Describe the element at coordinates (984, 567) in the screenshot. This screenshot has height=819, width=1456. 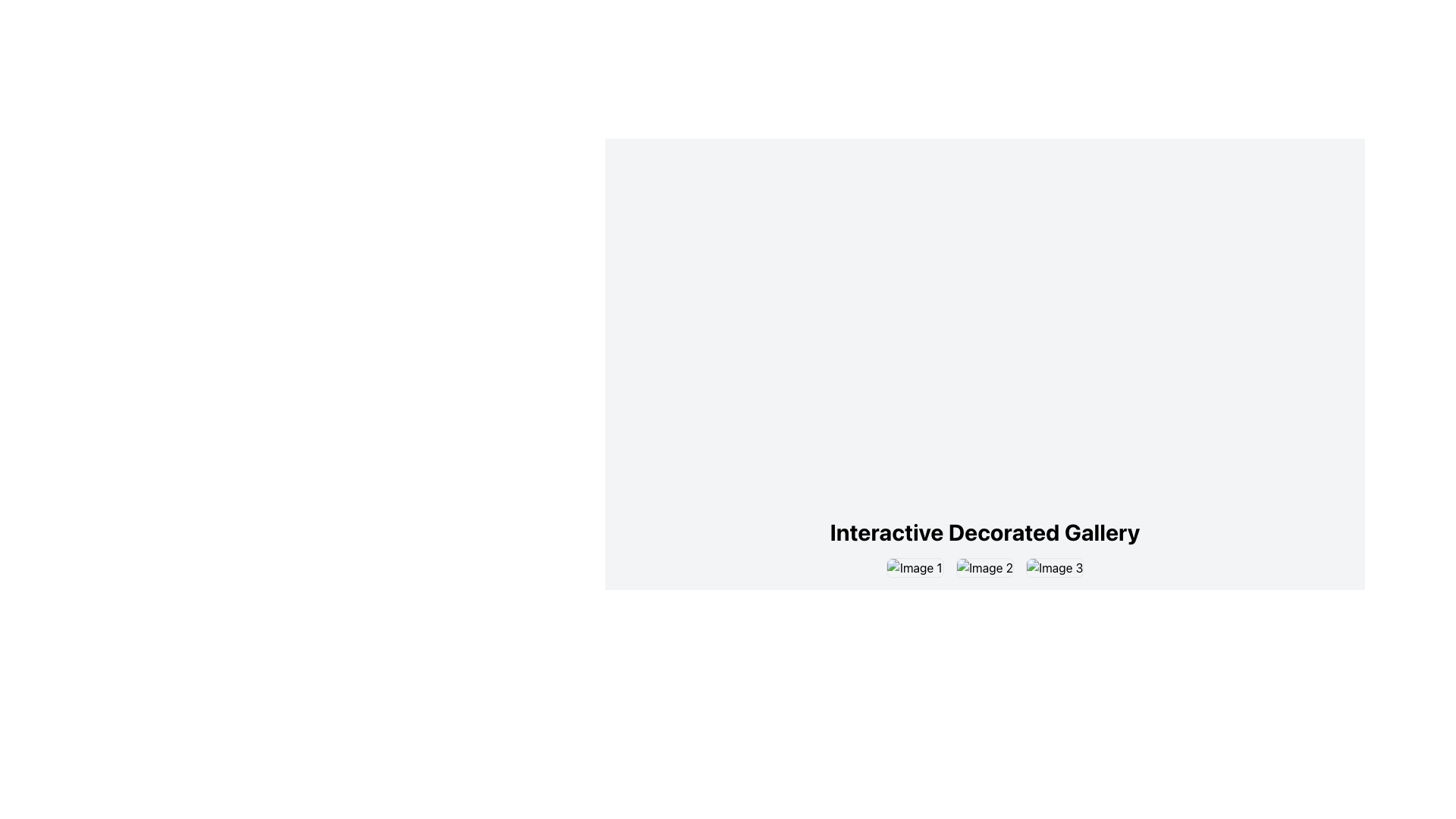
I see `the second grid cell of the 'Interactive Decorated Gallery' section, which contains a placeholder image and decorative elements` at that location.